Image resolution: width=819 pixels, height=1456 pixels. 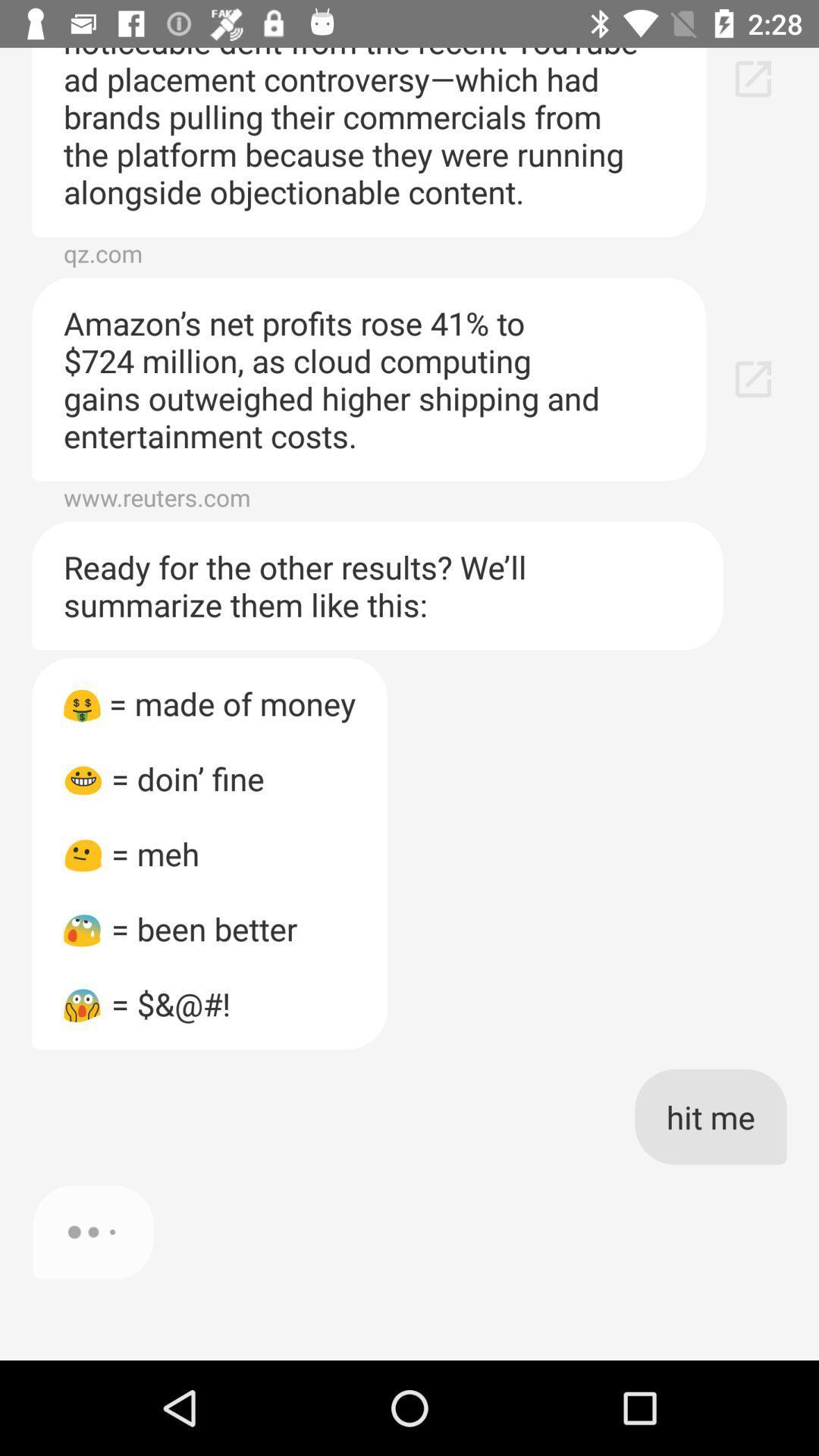 What do you see at coordinates (369, 379) in the screenshot?
I see `amazon s net item` at bounding box center [369, 379].